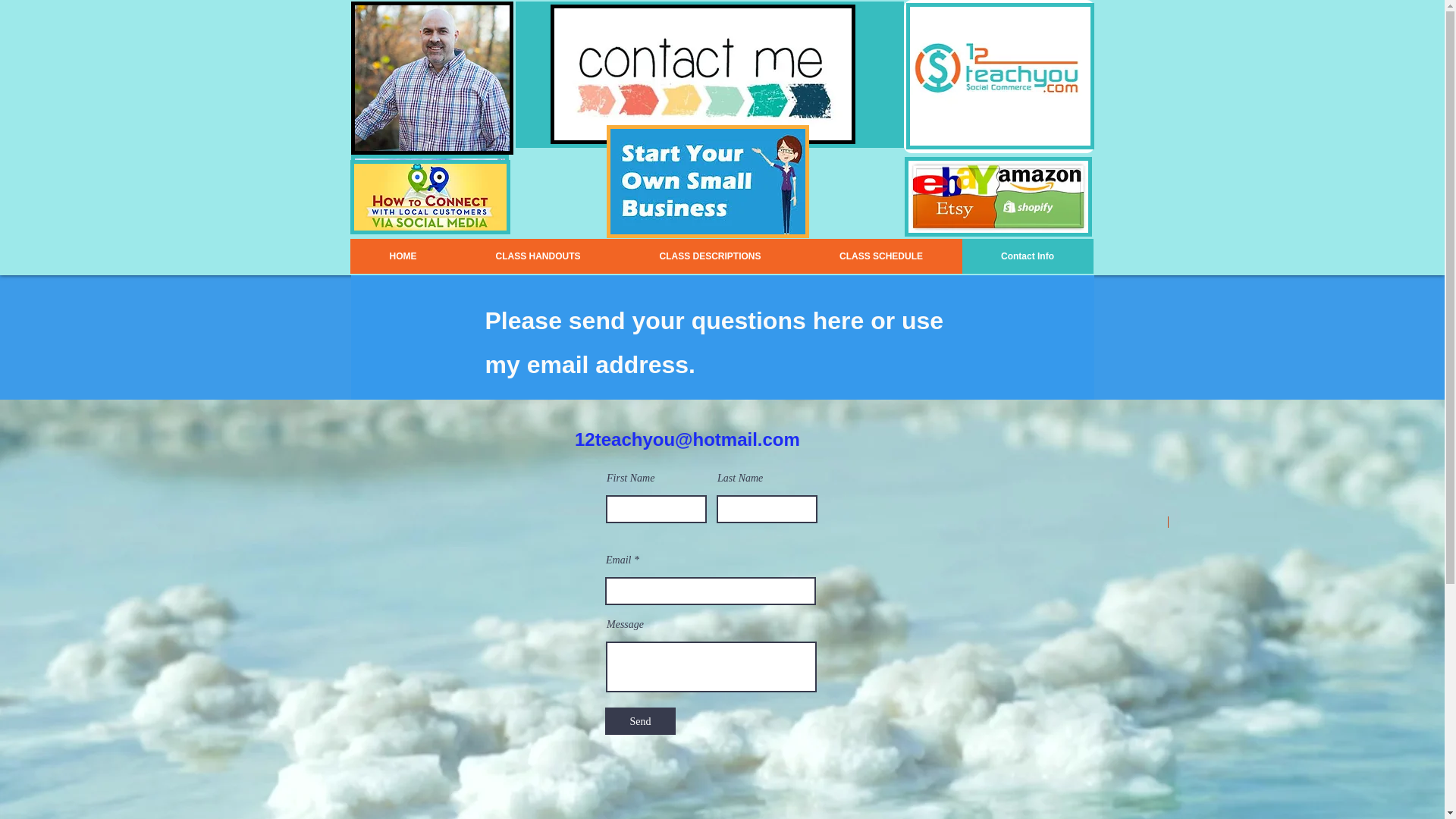 This screenshot has height=819, width=1456. I want to click on 'Nick Hawks.jpg', so click(431, 78).